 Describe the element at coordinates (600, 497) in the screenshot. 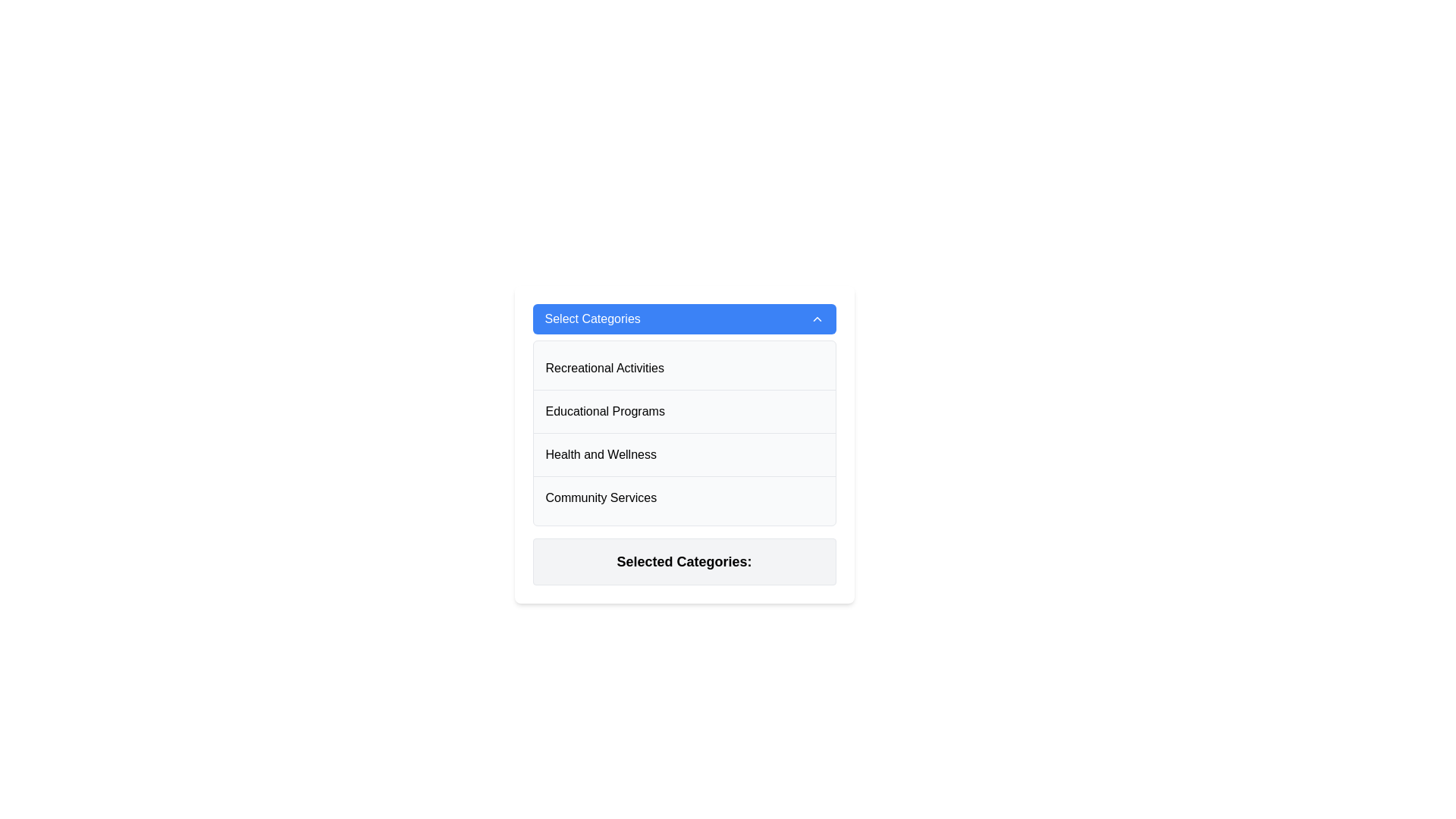

I see `the 'Community Services' text label, which is the fourth item in the vertical list under the header 'Select Categories'` at that location.